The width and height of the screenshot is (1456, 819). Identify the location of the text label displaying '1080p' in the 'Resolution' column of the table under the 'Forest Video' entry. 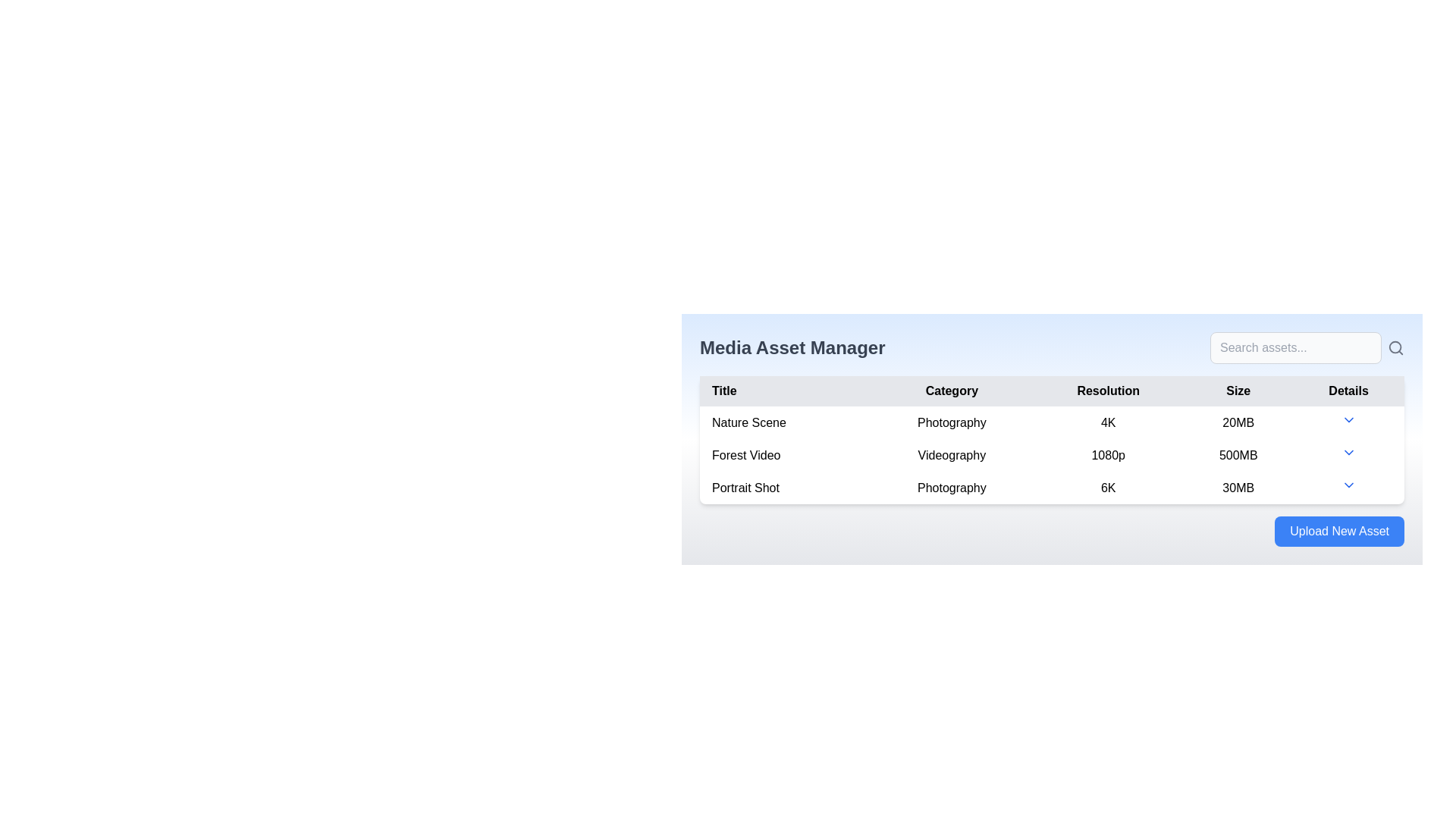
(1108, 454).